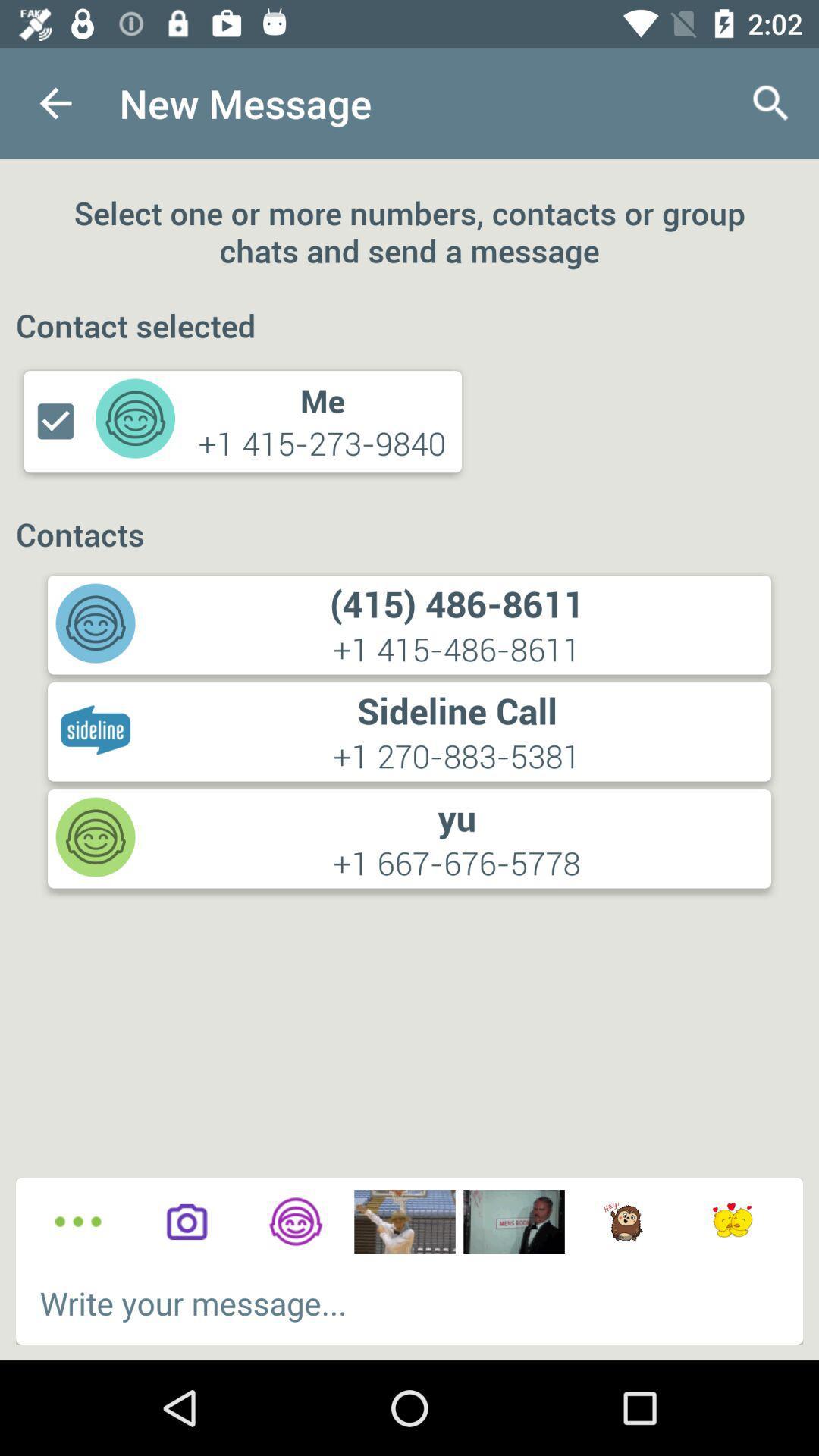 The height and width of the screenshot is (1456, 819). I want to click on take photo, so click(186, 1222).